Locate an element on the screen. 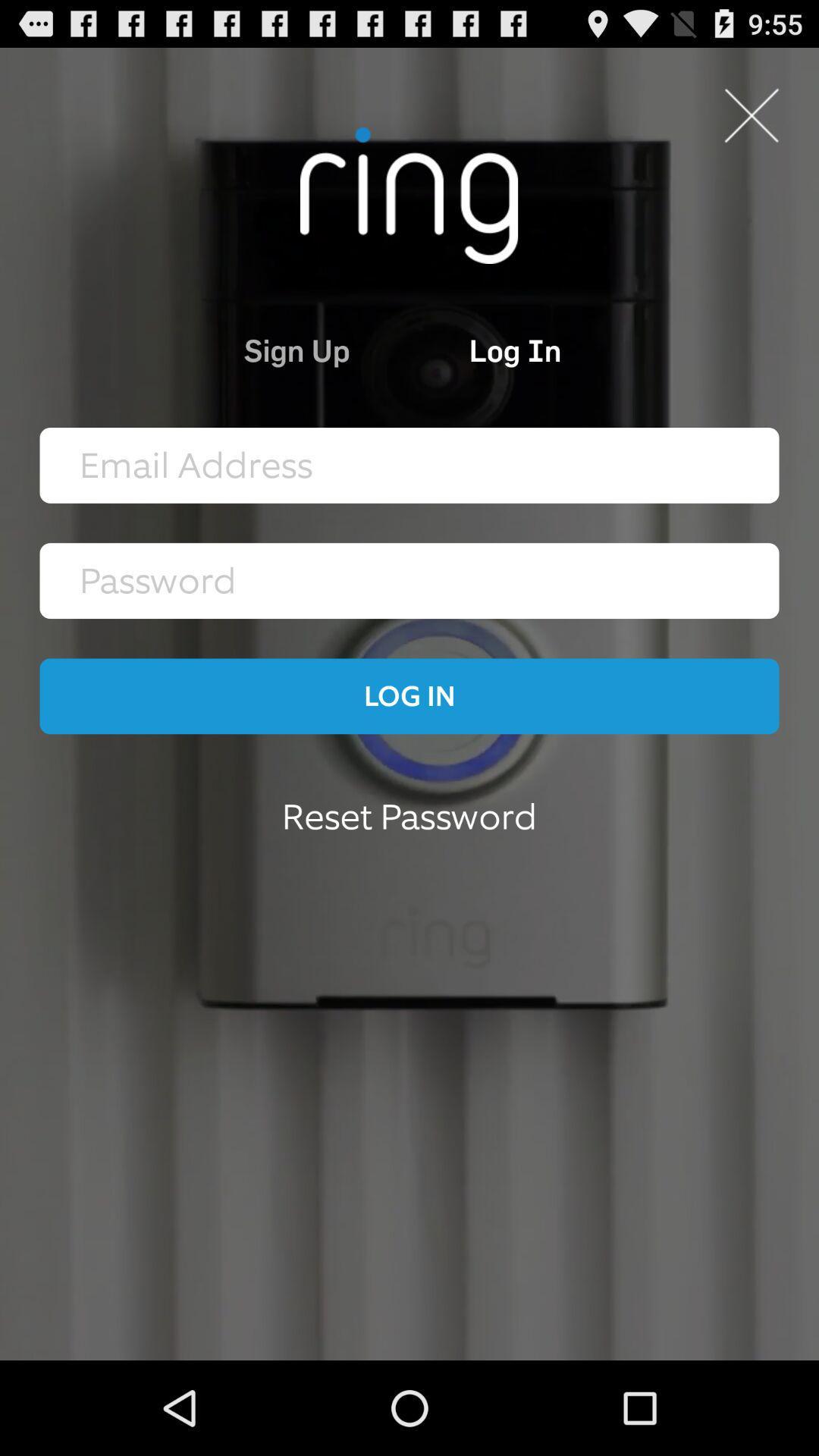  the close icon is located at coordinates (751, 124).